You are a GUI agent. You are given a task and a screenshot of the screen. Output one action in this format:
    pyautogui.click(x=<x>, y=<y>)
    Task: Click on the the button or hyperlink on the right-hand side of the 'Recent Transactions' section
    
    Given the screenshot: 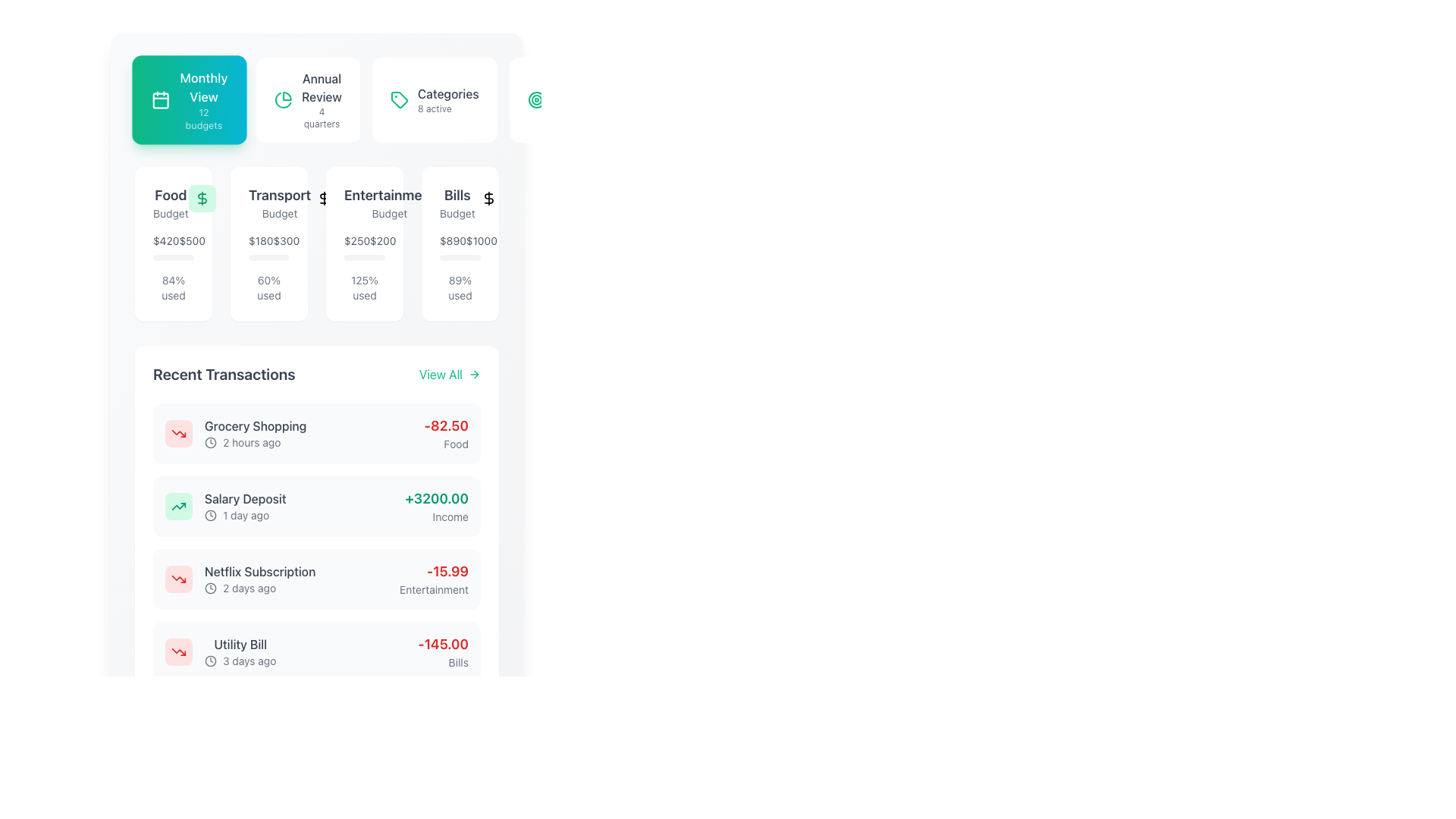 What is the action you would take?
    pyautogui.click(x=449, y=374)
    